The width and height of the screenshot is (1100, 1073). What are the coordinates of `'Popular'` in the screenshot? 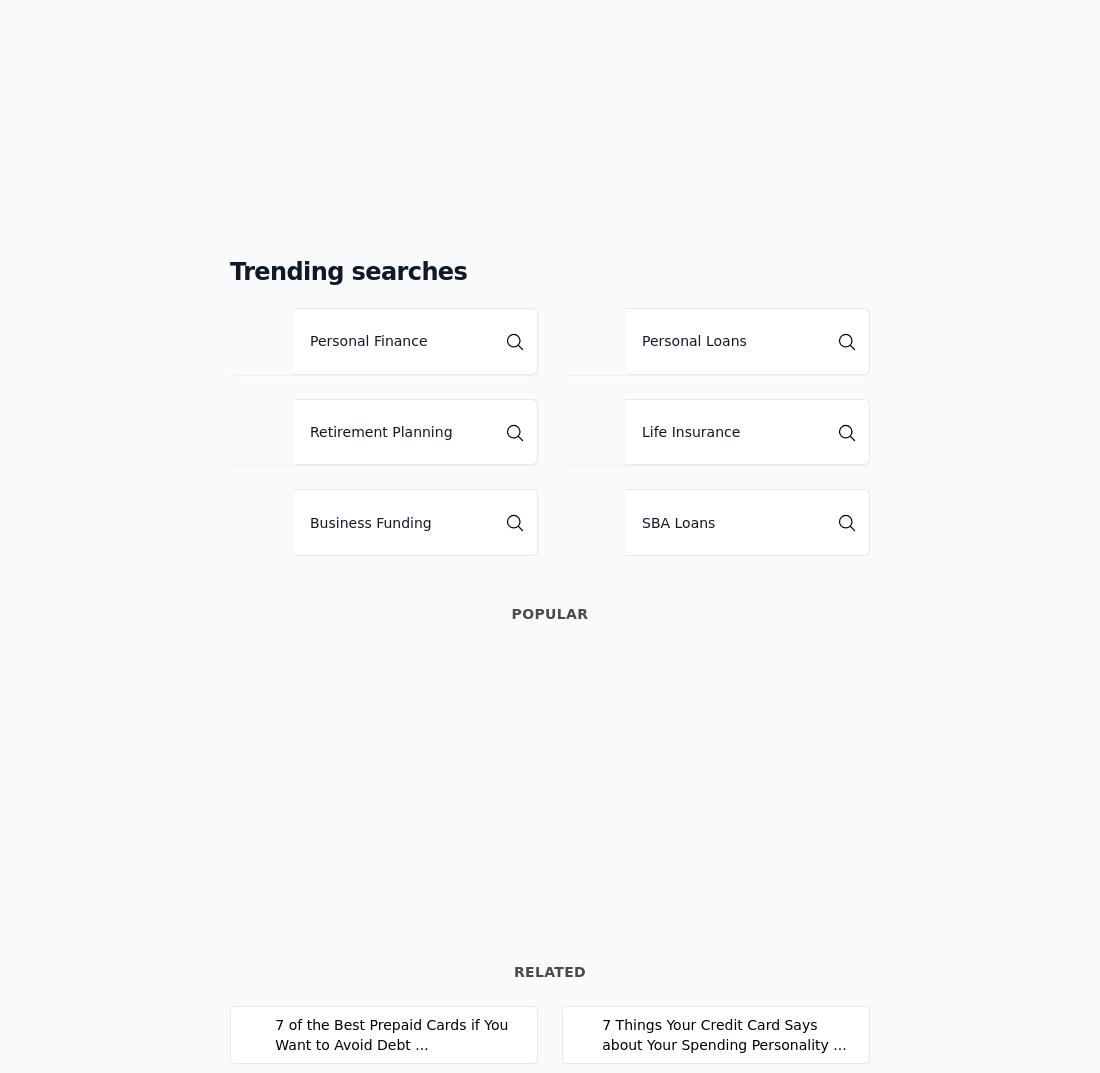 It's located at (510, 612).